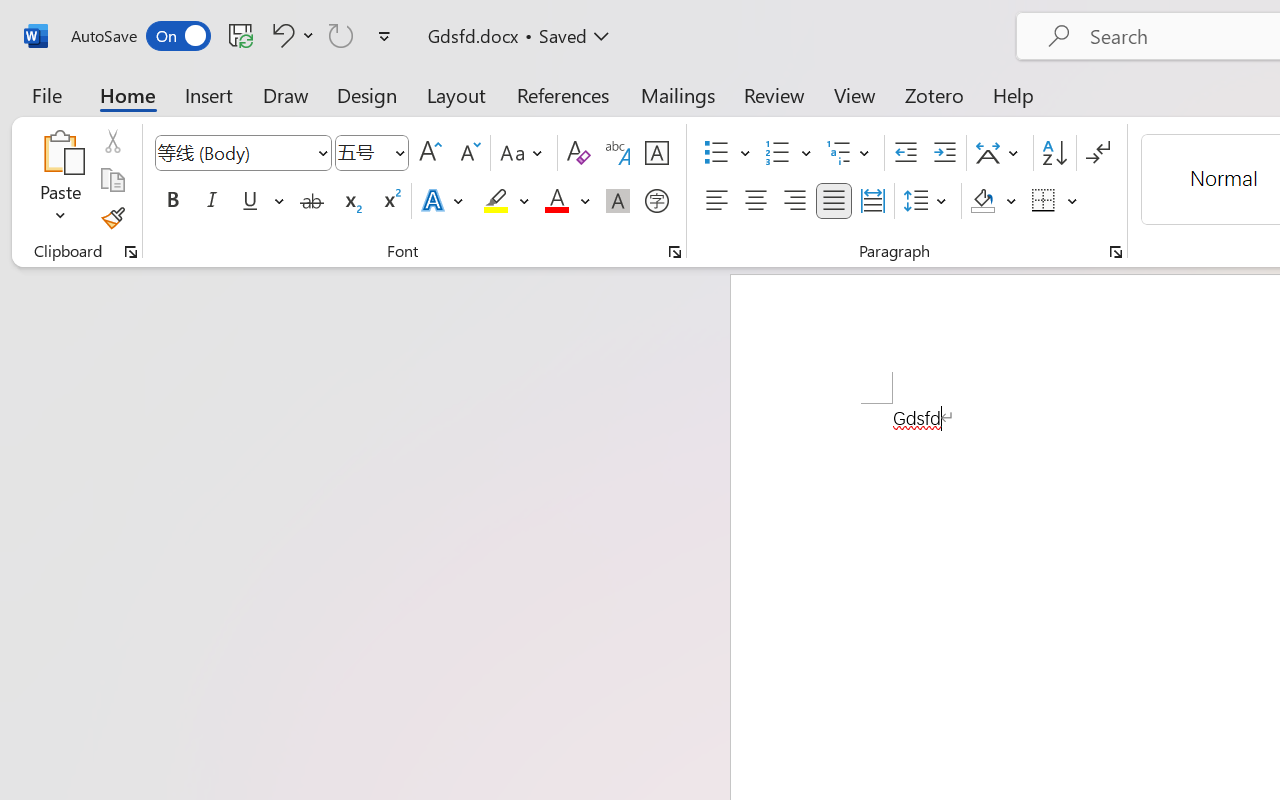  I want to click on 'Text Effects and Typography', so click(443, 201).